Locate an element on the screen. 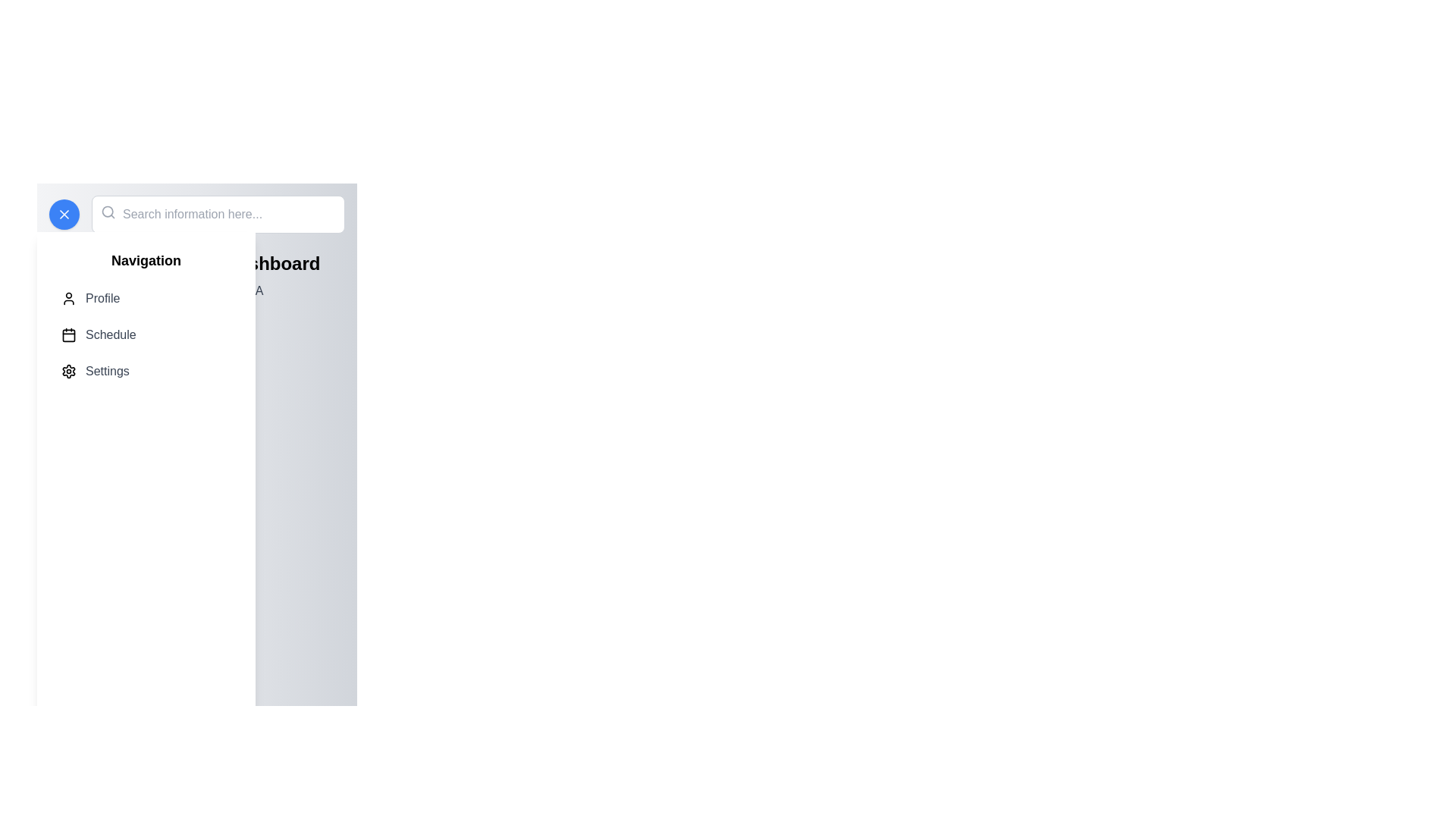 Image resolution: width=1456 pixels, height=819 pixels. the decorative rectangle within the calendar icon located to the left of the 'Schedule' text in the navigation menu is located at coordinates (68, 334).